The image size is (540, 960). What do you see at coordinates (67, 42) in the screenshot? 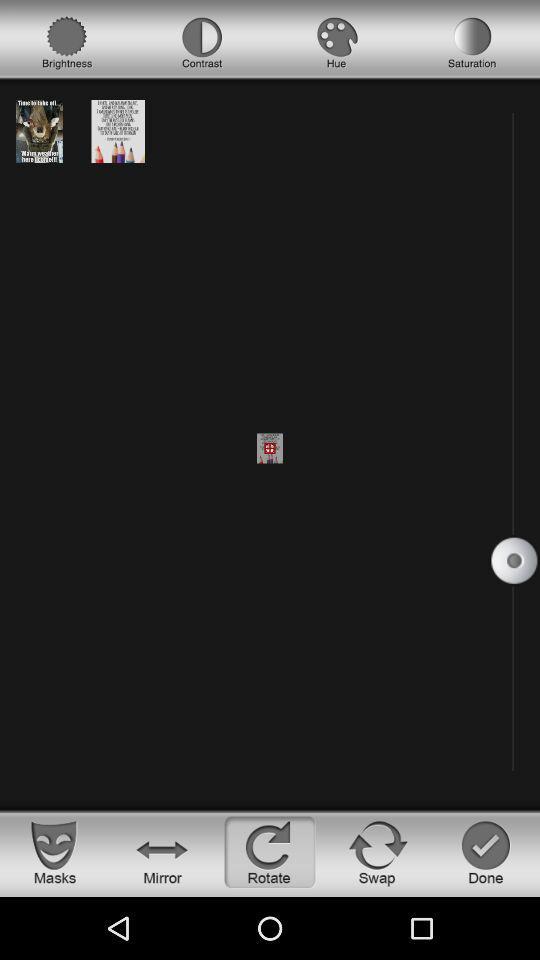
I see `adjust the brightness` at bounding box center [67, 42].